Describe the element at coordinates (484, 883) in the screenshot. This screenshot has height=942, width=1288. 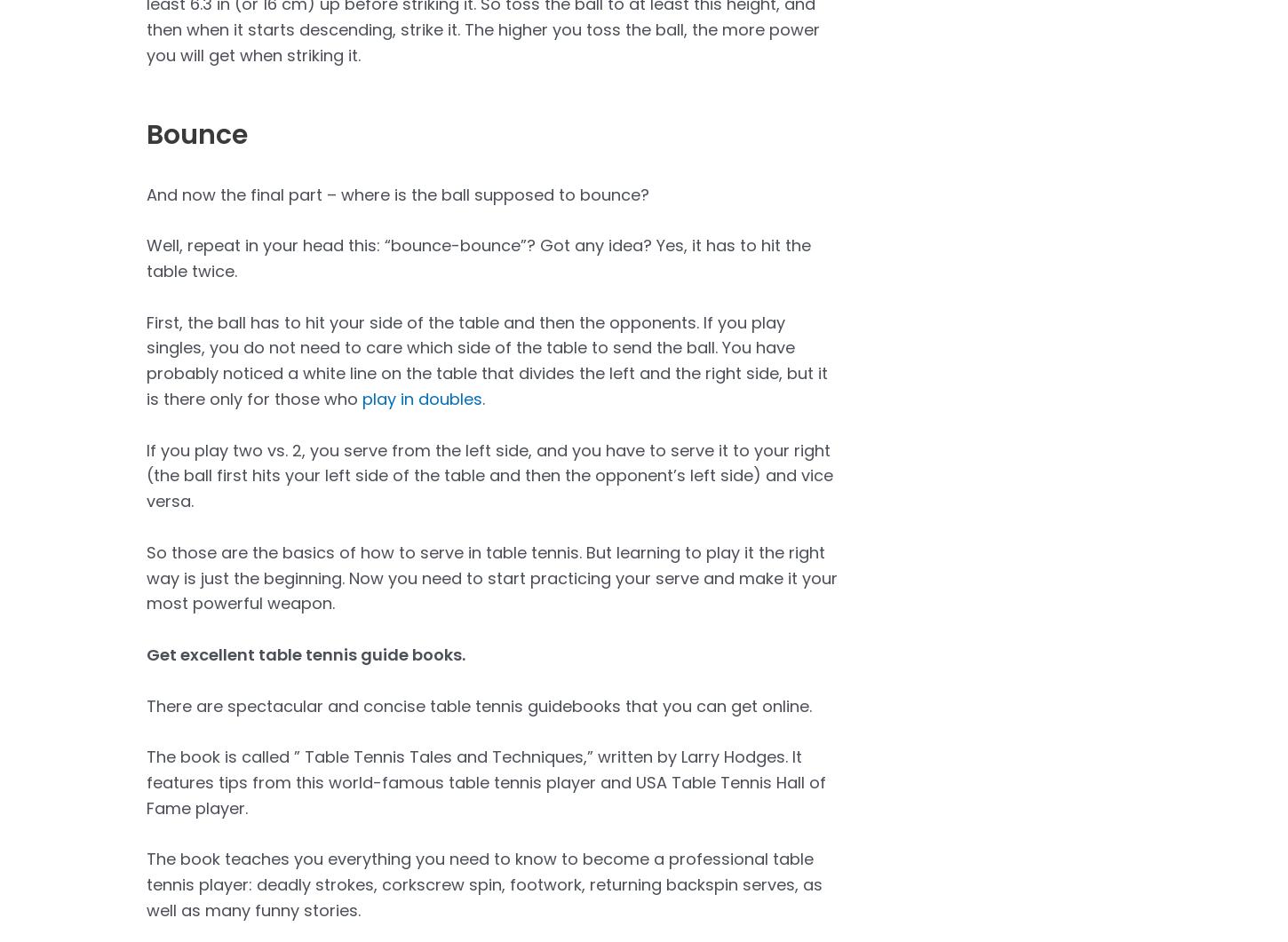
I see `'The book teaches you everything you need to know to become a professional table tennis player: deadly strokes, corkscrew spin, footwork, returning backspin serves, as well as many funny stories.'` at that location.